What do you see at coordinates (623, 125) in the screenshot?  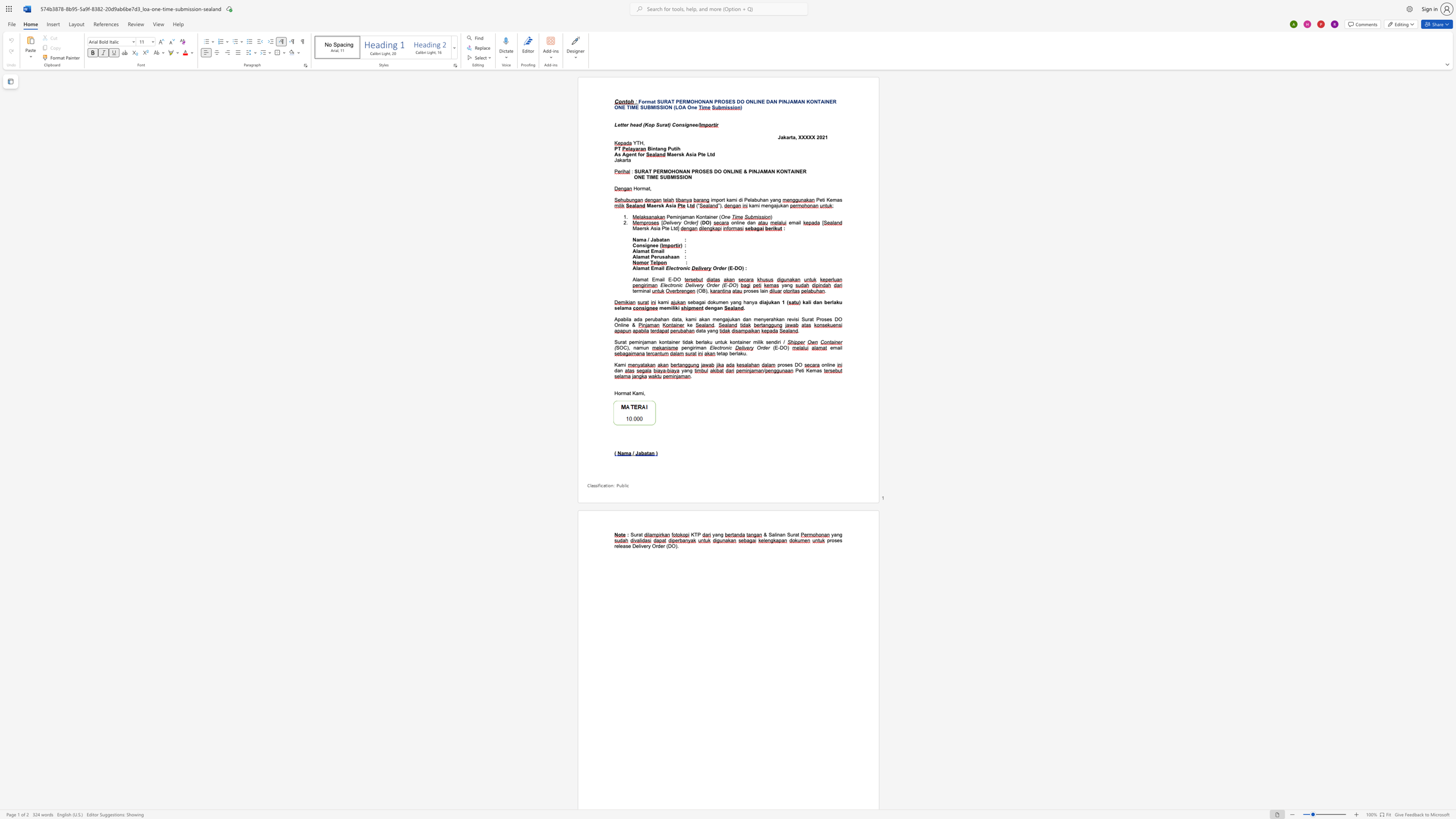 I see `the subset text "er h" within the text "Letter head (Kop Surat) Consignee/"` at bounding box center [623, 125].